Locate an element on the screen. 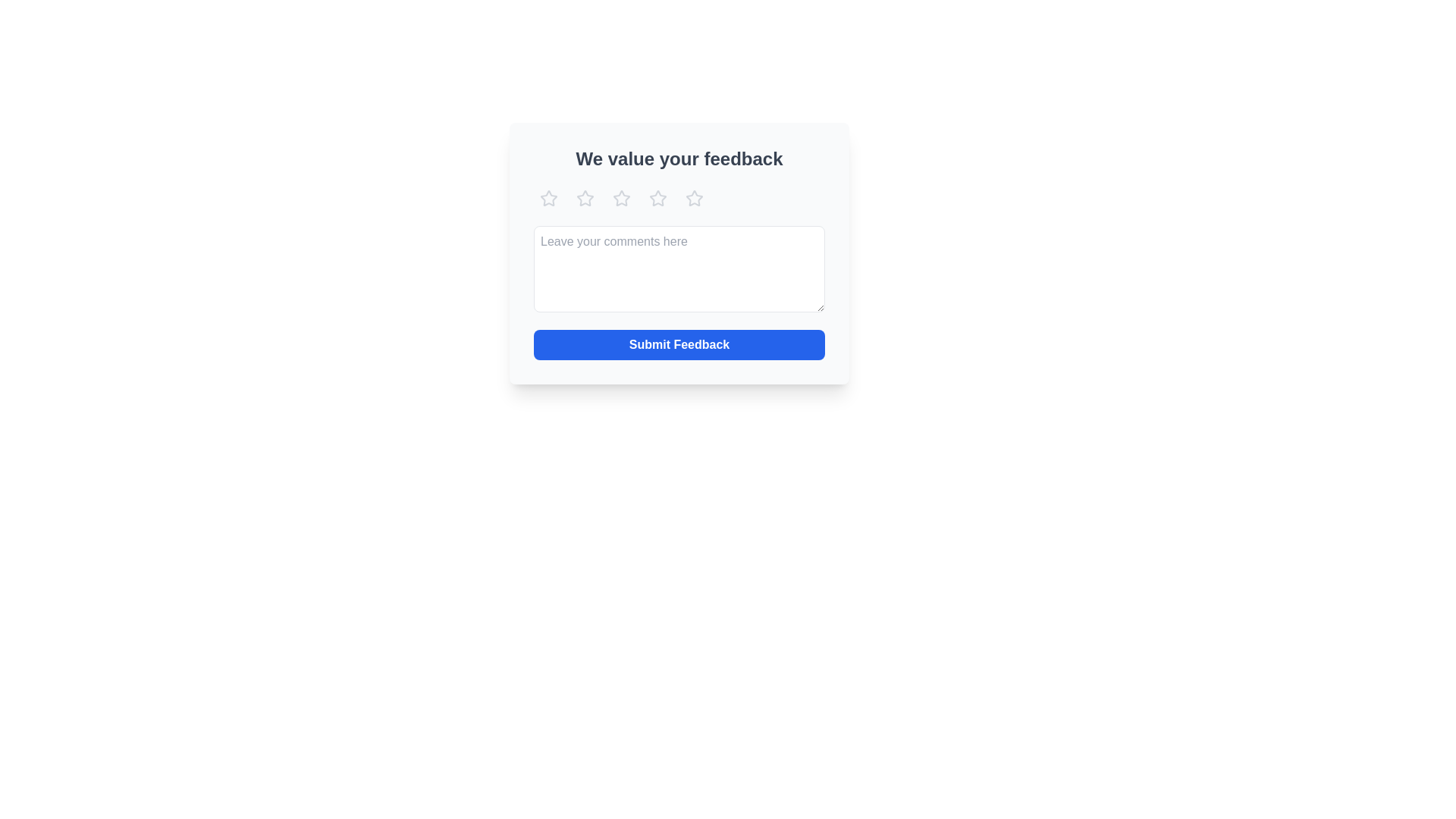 The width and height of the screenshot is (1456, 819). the 'Submit Feedback' button, which has a bold blue background and white text, located at the bottom of the feedback form panel is located at coordinates (679, 345).